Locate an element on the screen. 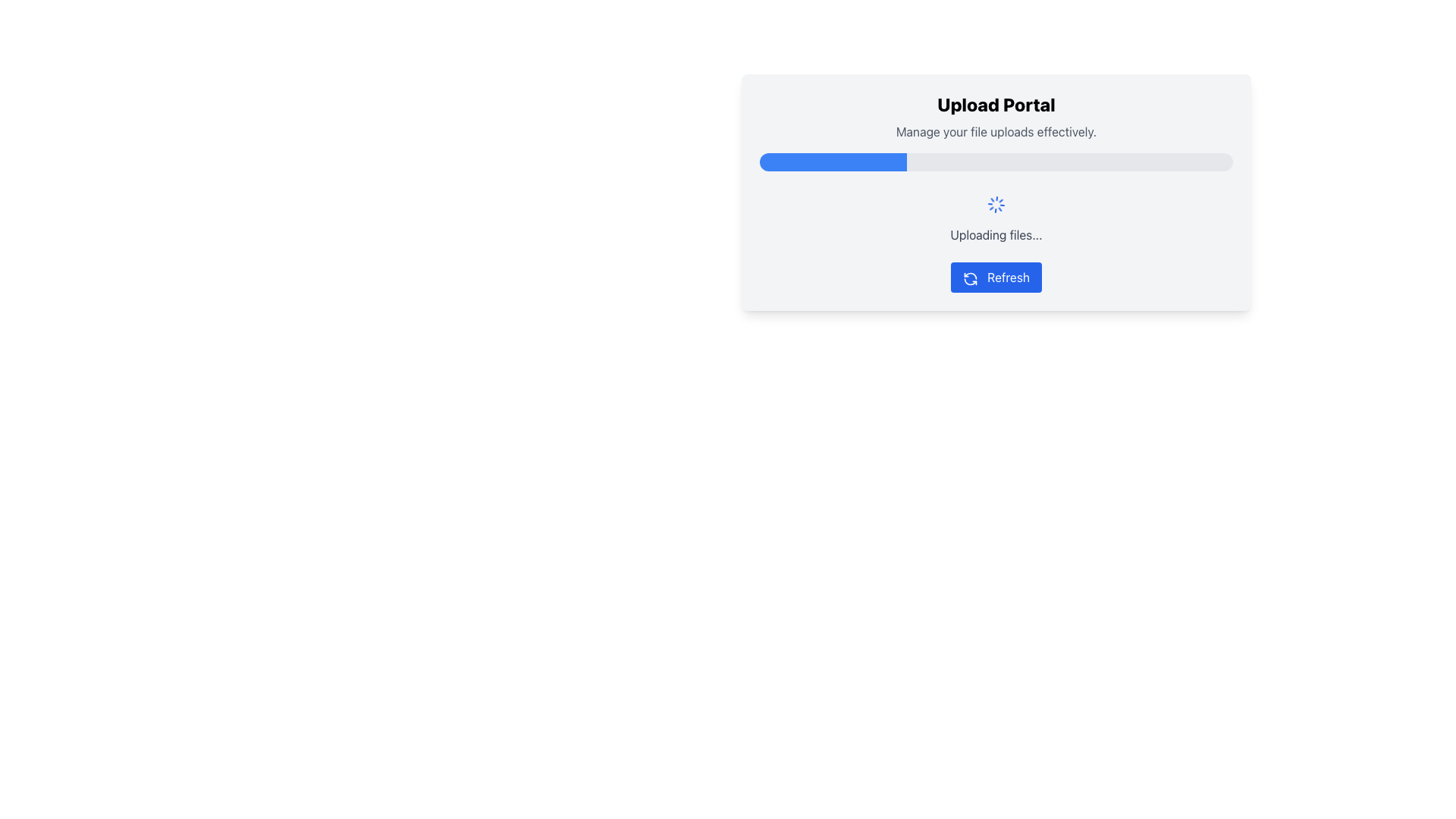 This screenshot has height=819, width=1456. the static text heading that serves as the title of the section, which is centrally located at the top of the card interface is located at coordinates (996, 104).